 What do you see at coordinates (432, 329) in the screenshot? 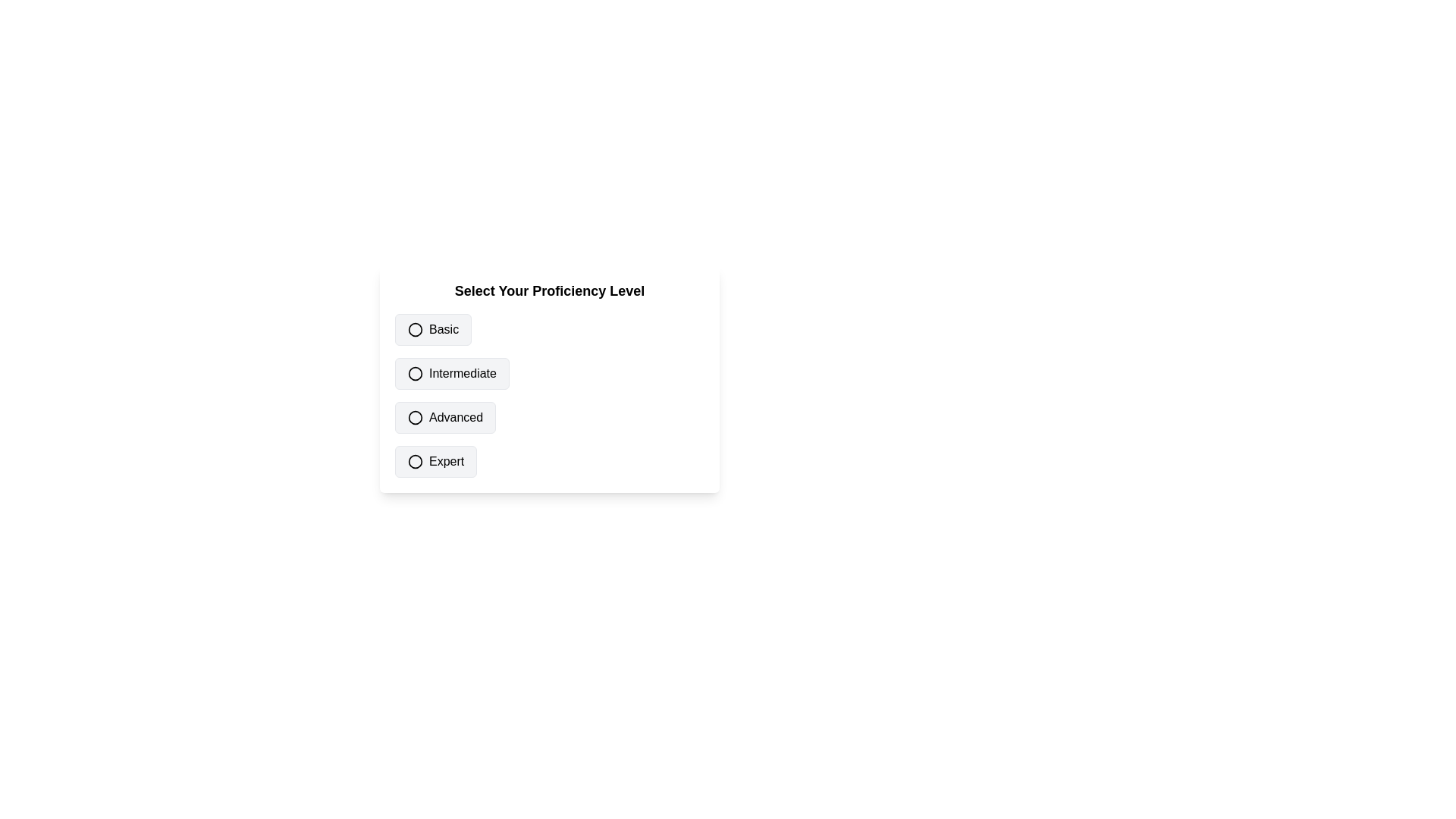
I see `the 'Basic' radio button option, which is the first` at bounding box center [432, 329].